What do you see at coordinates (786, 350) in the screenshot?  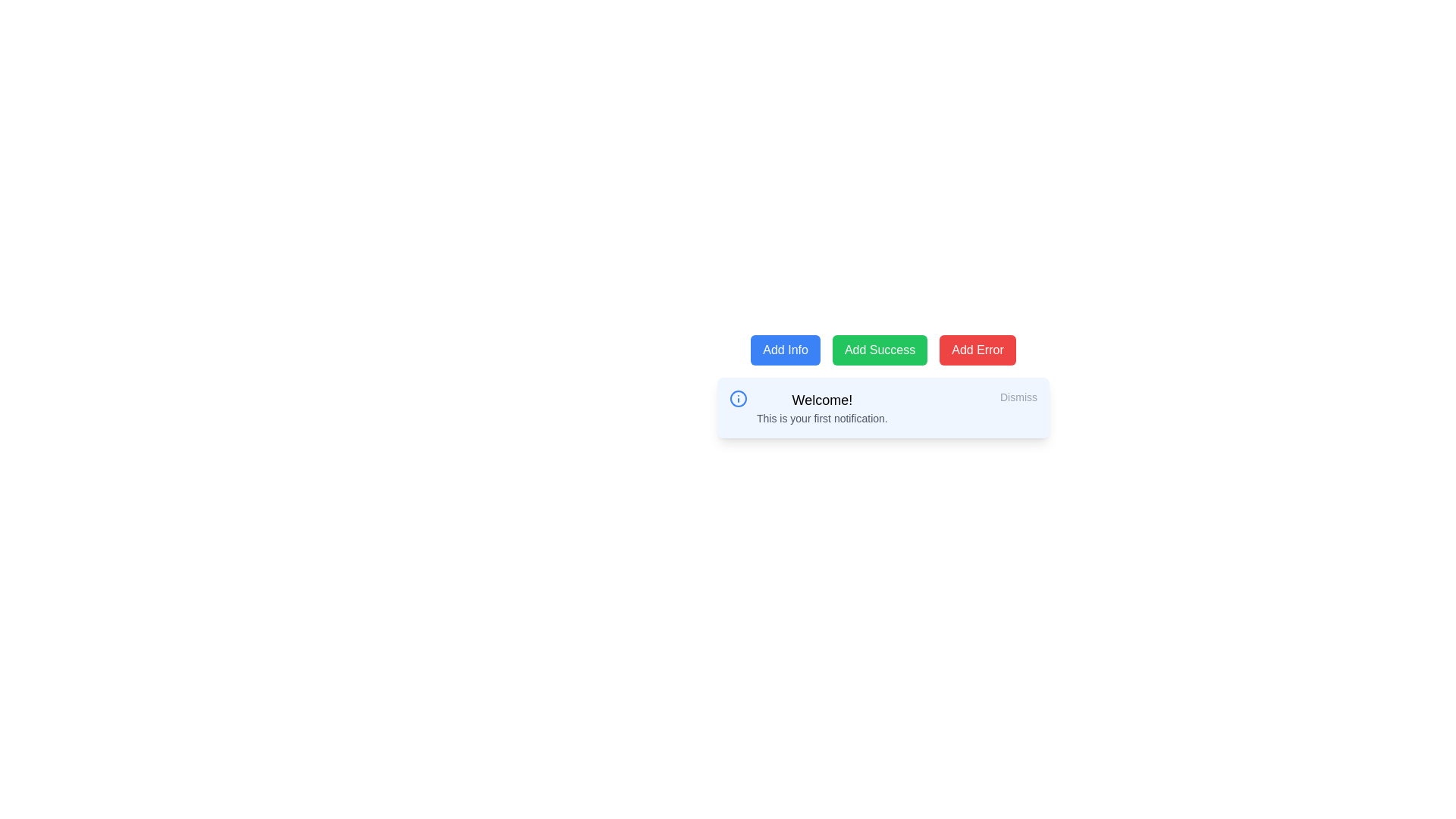 I see `the first button in the group of three buttons located near the top of the notification box` at bounding box center [786, 350].